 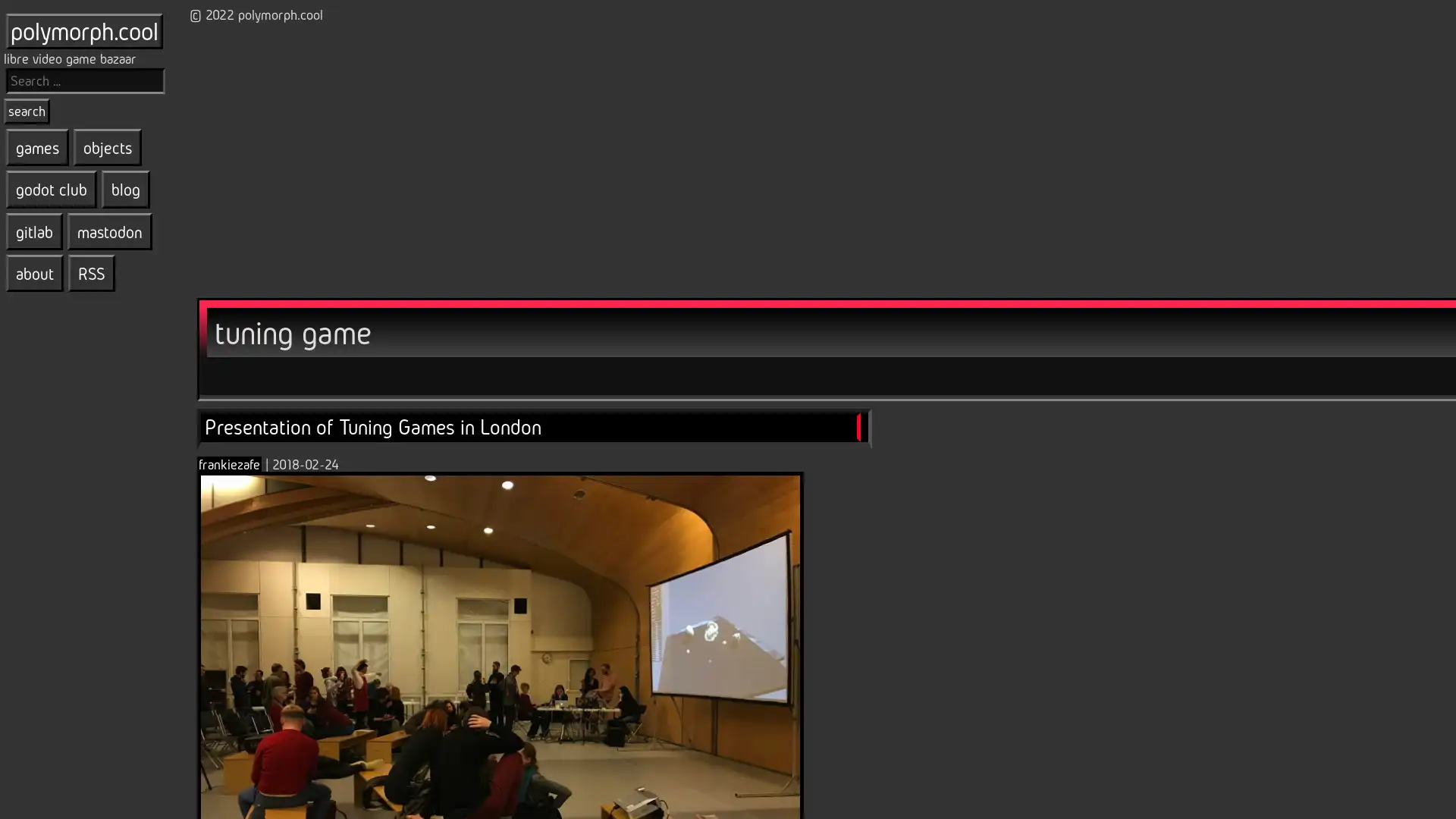 I want to click on Search, so click(x=27, y=110).